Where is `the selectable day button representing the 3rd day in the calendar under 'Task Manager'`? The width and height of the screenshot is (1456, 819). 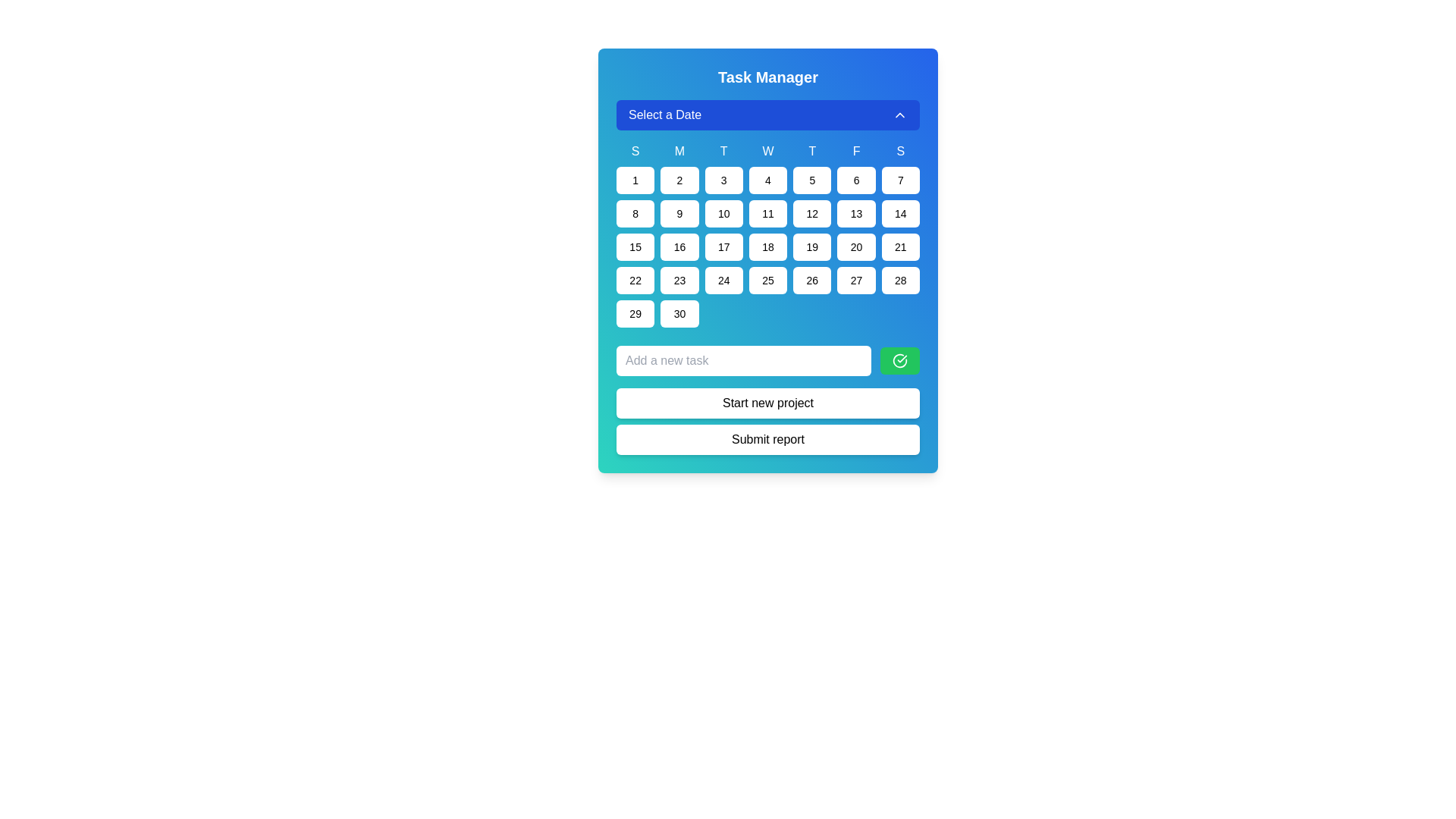
the selectable day button representing the 3rd day in the calendar under 'Task Manager' is located at coordinates (723, 180).